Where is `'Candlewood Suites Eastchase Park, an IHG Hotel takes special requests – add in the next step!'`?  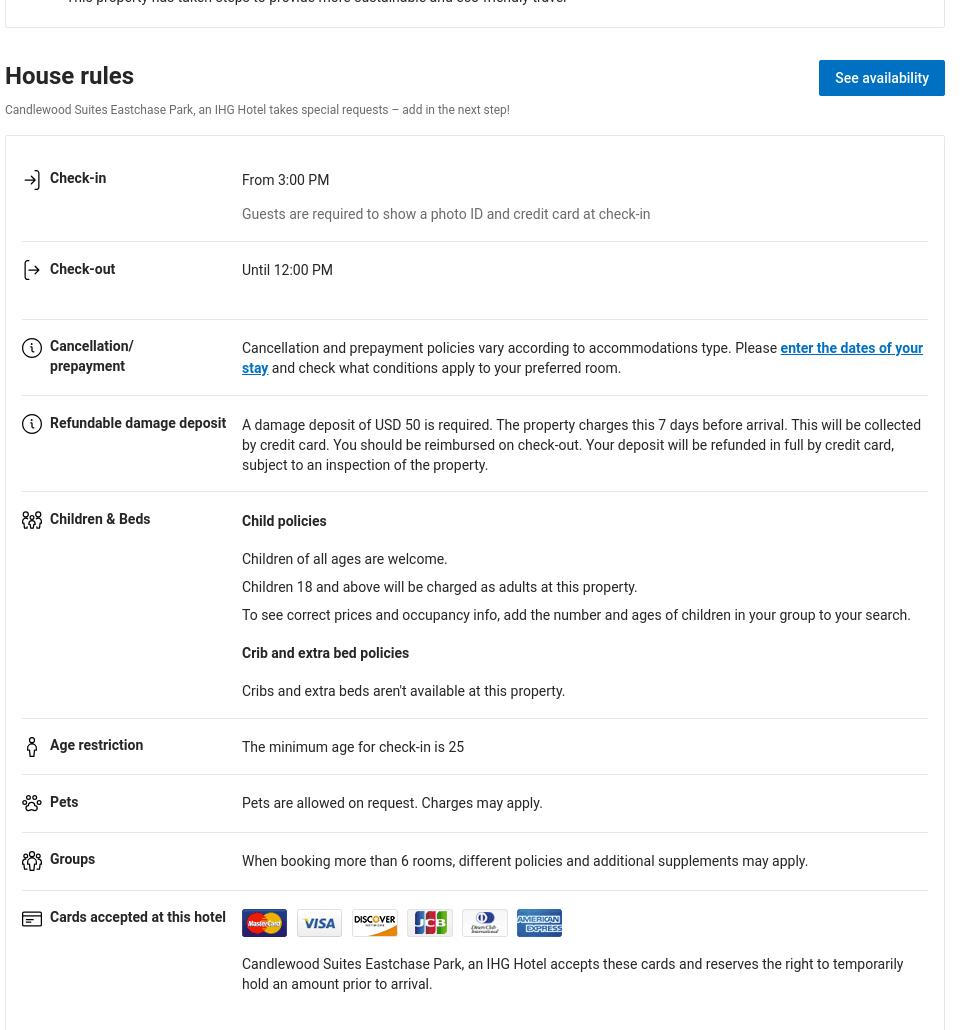
'Candlewood Suites Eastchase Park, an IHG Hotel takes special requests – add in the next step!' is located at coordinates (255, 107).